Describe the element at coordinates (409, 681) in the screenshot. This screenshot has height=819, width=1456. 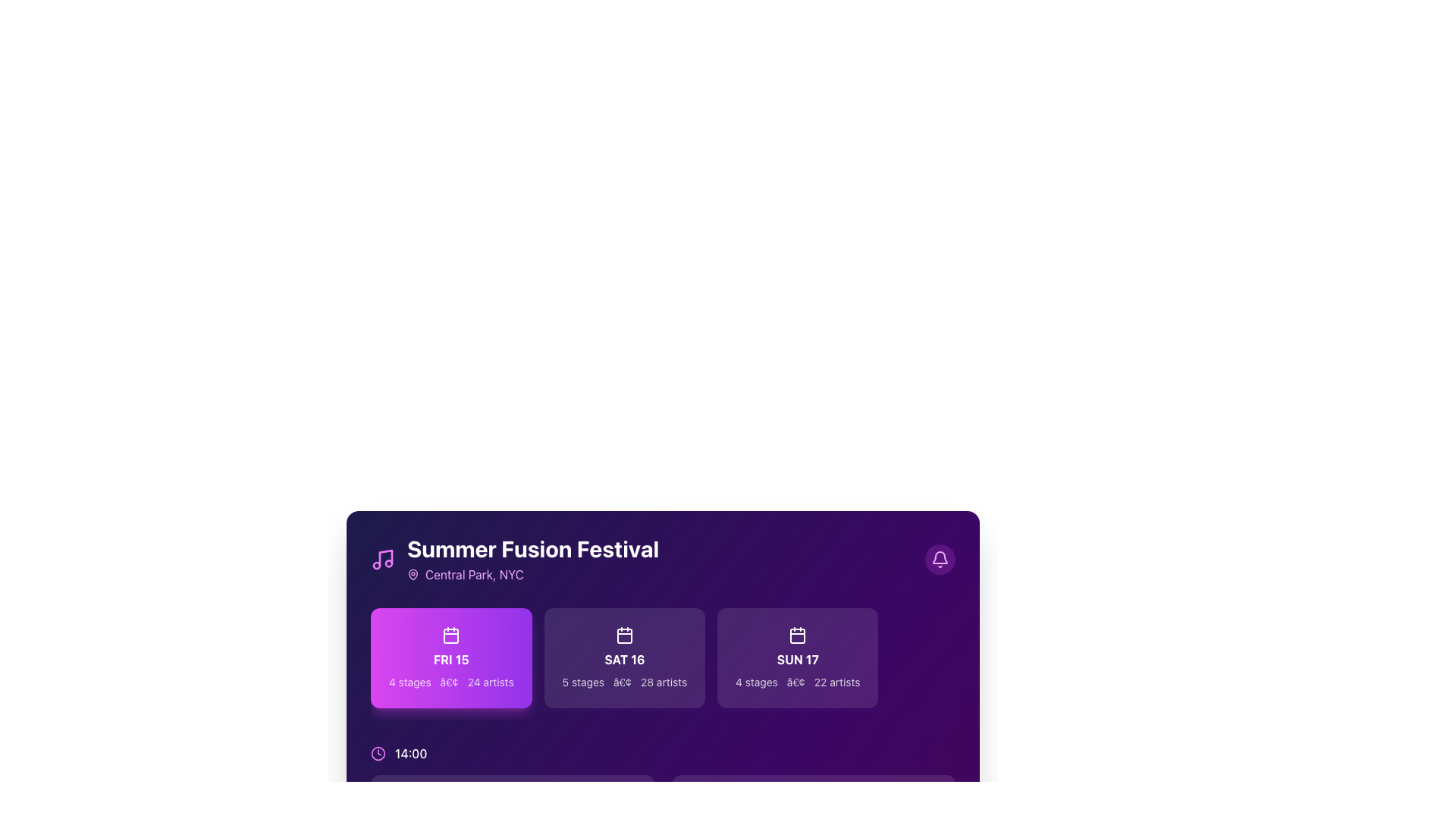
I see `the text element indicating the number of stages available for the 'FRI 15' section of the festival schedule, which is the leftmost in its group of three text elements` at that location.